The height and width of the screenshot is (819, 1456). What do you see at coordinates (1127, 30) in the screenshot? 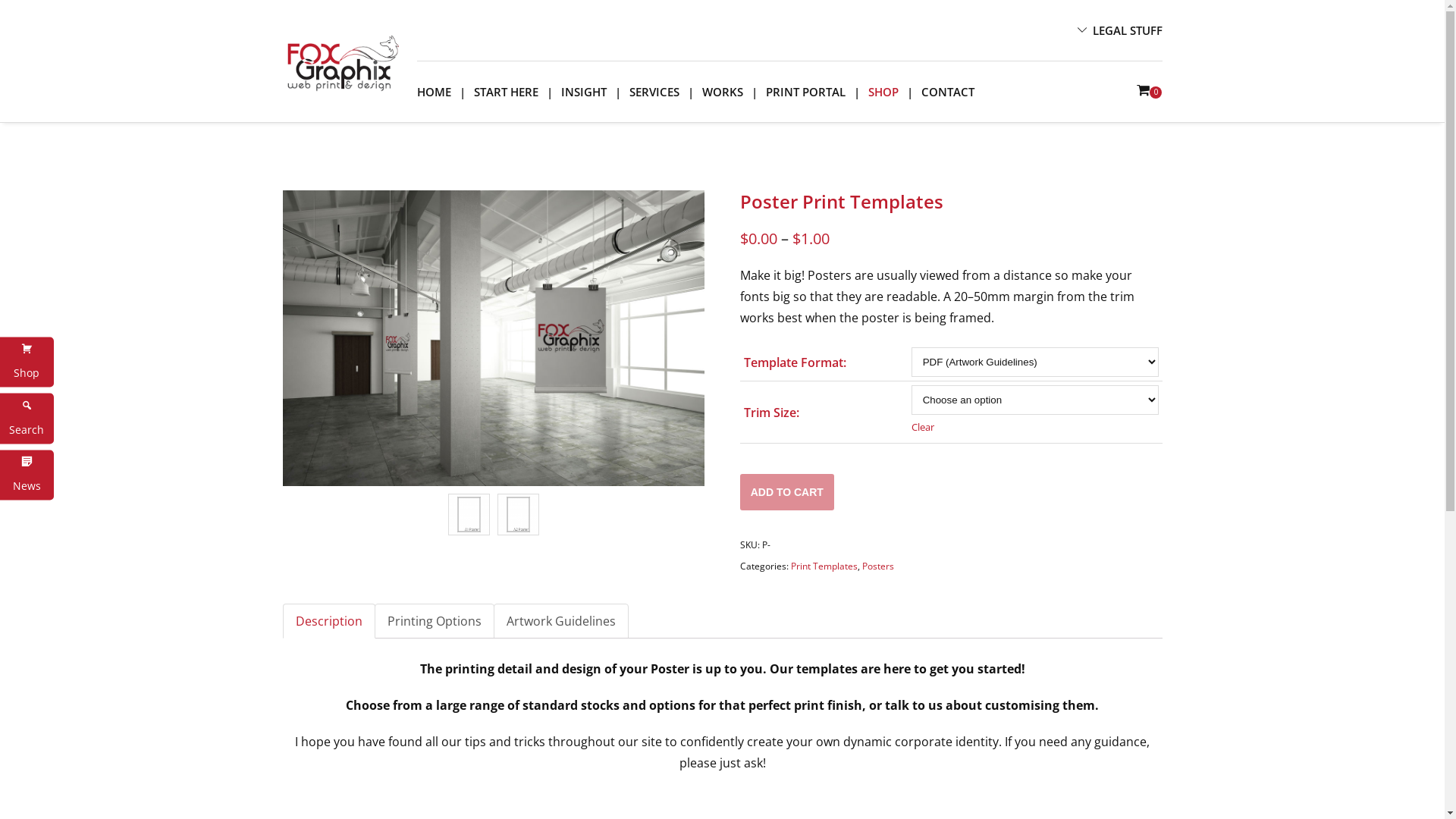
I see `'LEGAL STUFF'` at bounding box center [1127, 30].